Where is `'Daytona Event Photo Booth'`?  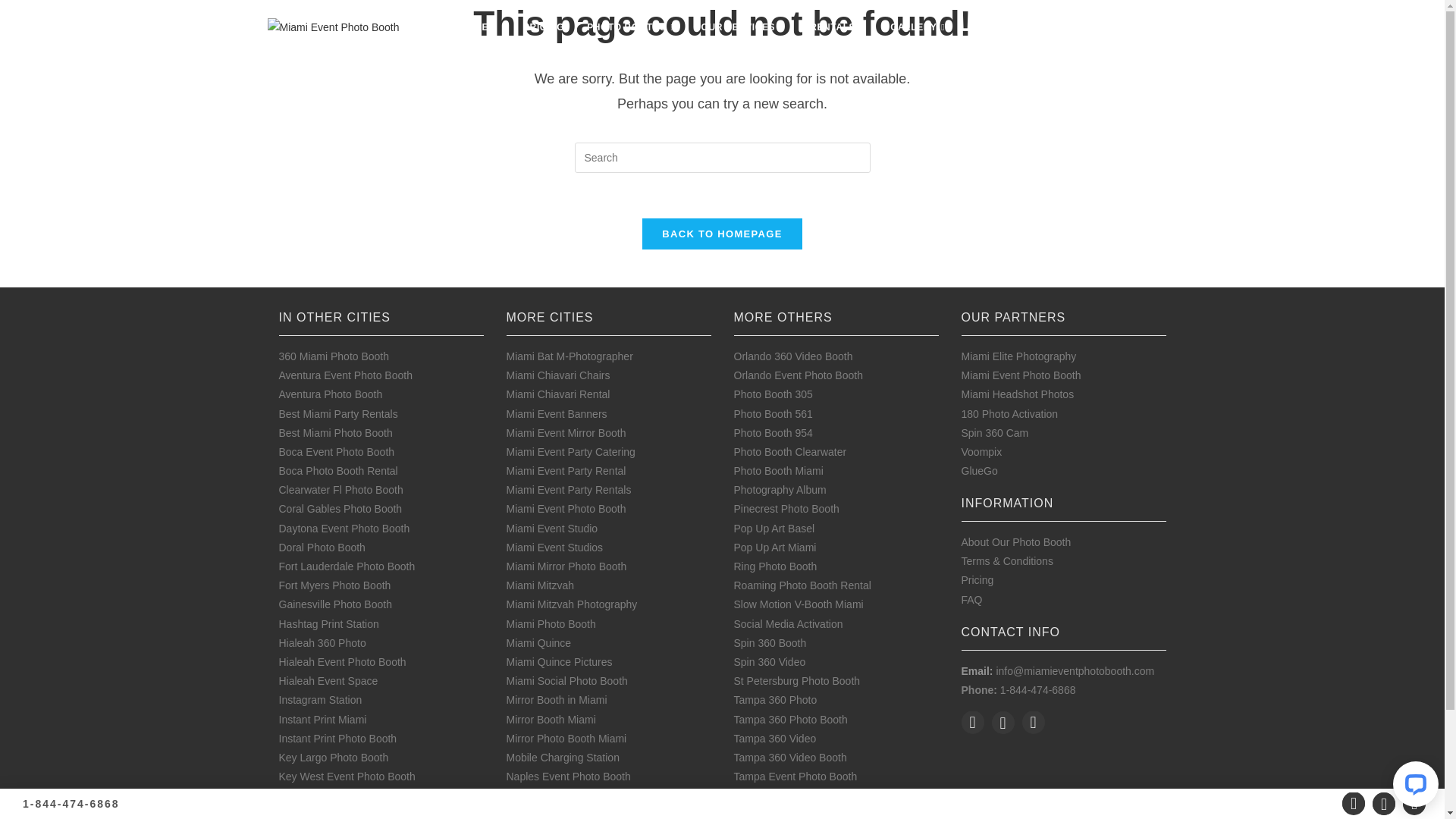 'Daytona Event Photo Booth' is located at coordinates (344, 528).